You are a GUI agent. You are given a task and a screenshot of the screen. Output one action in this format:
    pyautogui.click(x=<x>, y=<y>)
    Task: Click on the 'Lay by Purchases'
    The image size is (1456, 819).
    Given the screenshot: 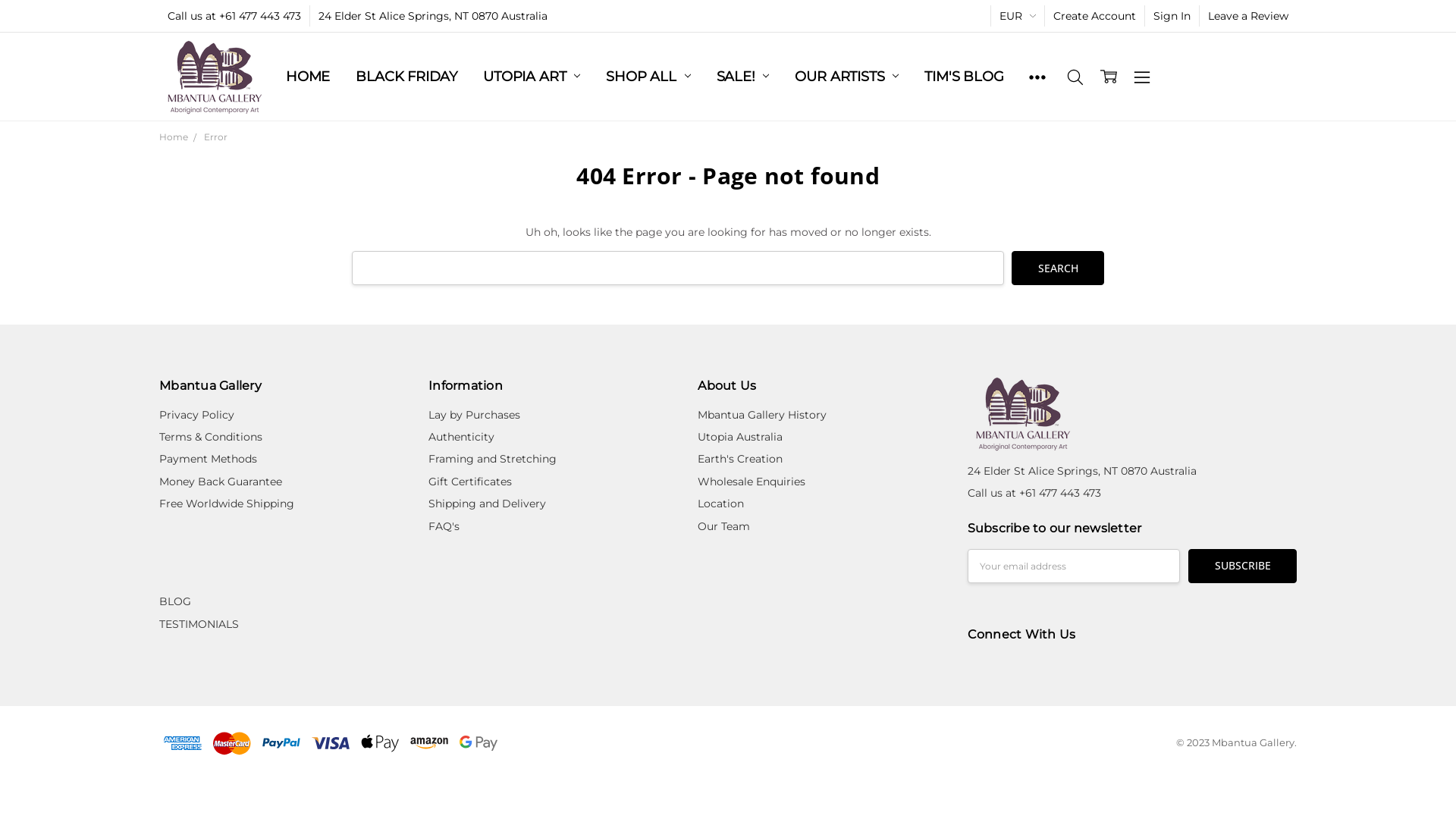 What is the action you would take?
    pyautogui.click(x=428, y=415)
    